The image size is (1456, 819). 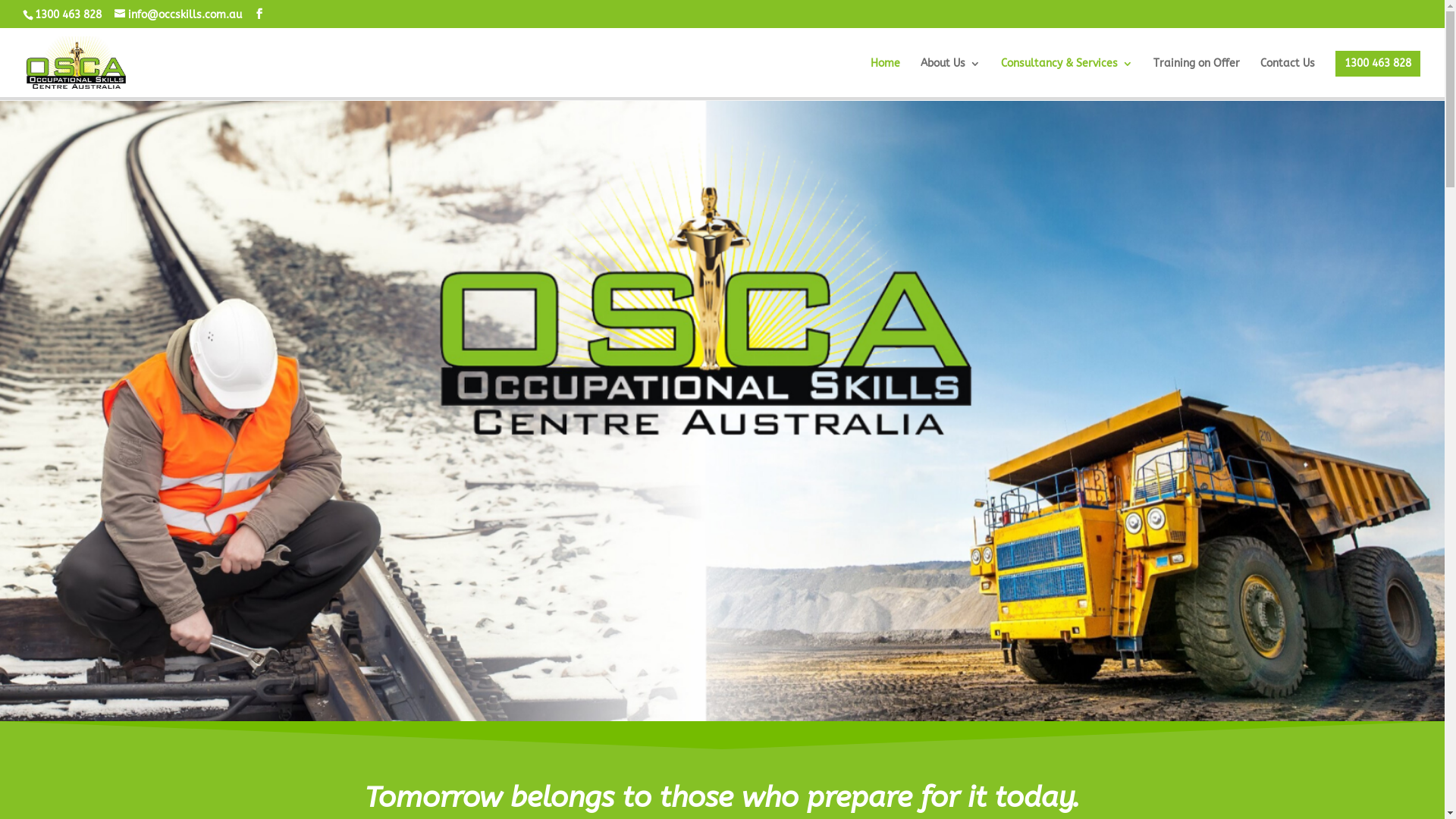 I want to click on 'Consultancy & Services', so click(x=1065, y=75).